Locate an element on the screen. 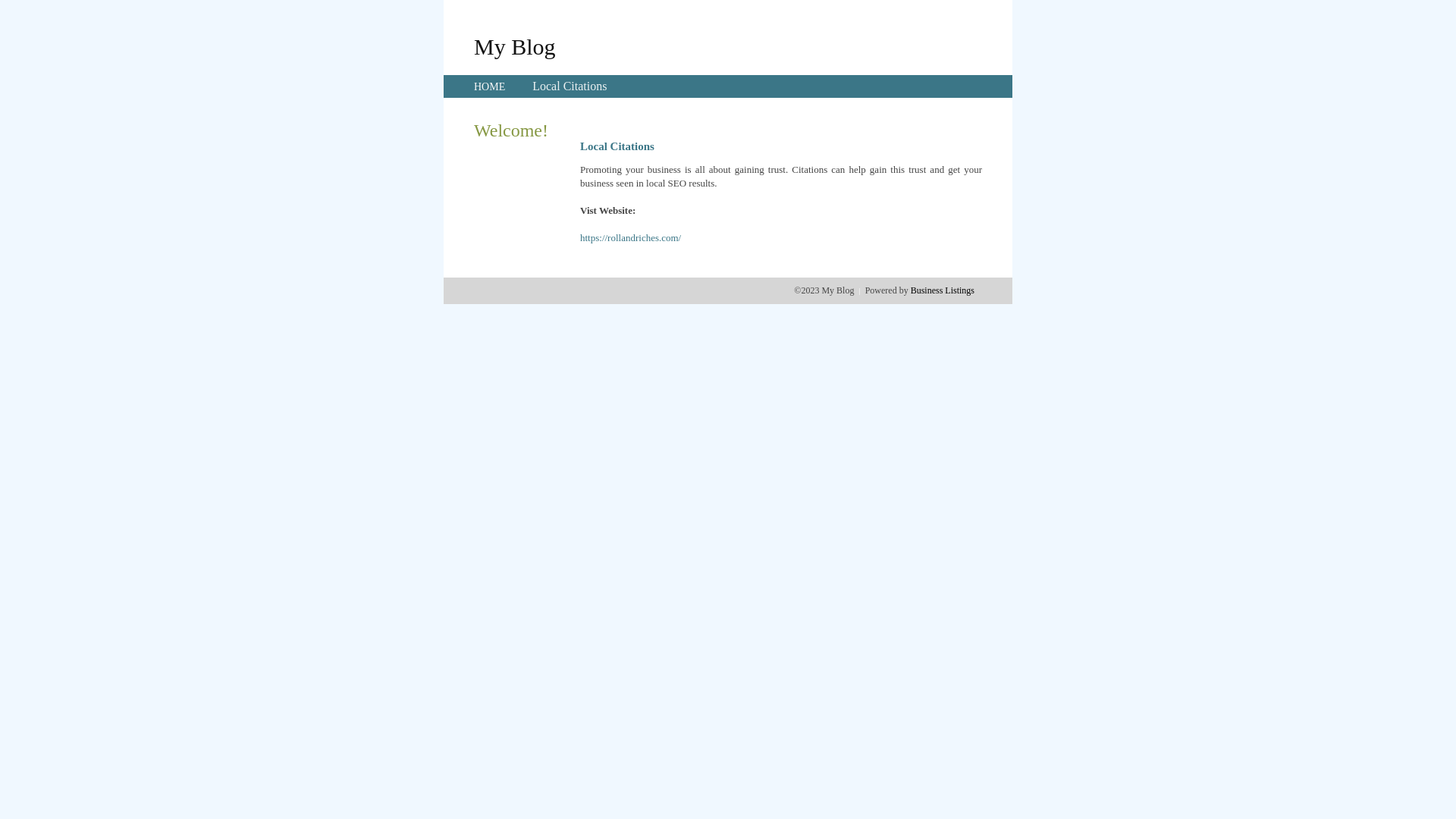 Image resolution: width=1456 pixels, height=819 pixels. 'https://rollandriches.com/' is located at coordinates (630, 237).